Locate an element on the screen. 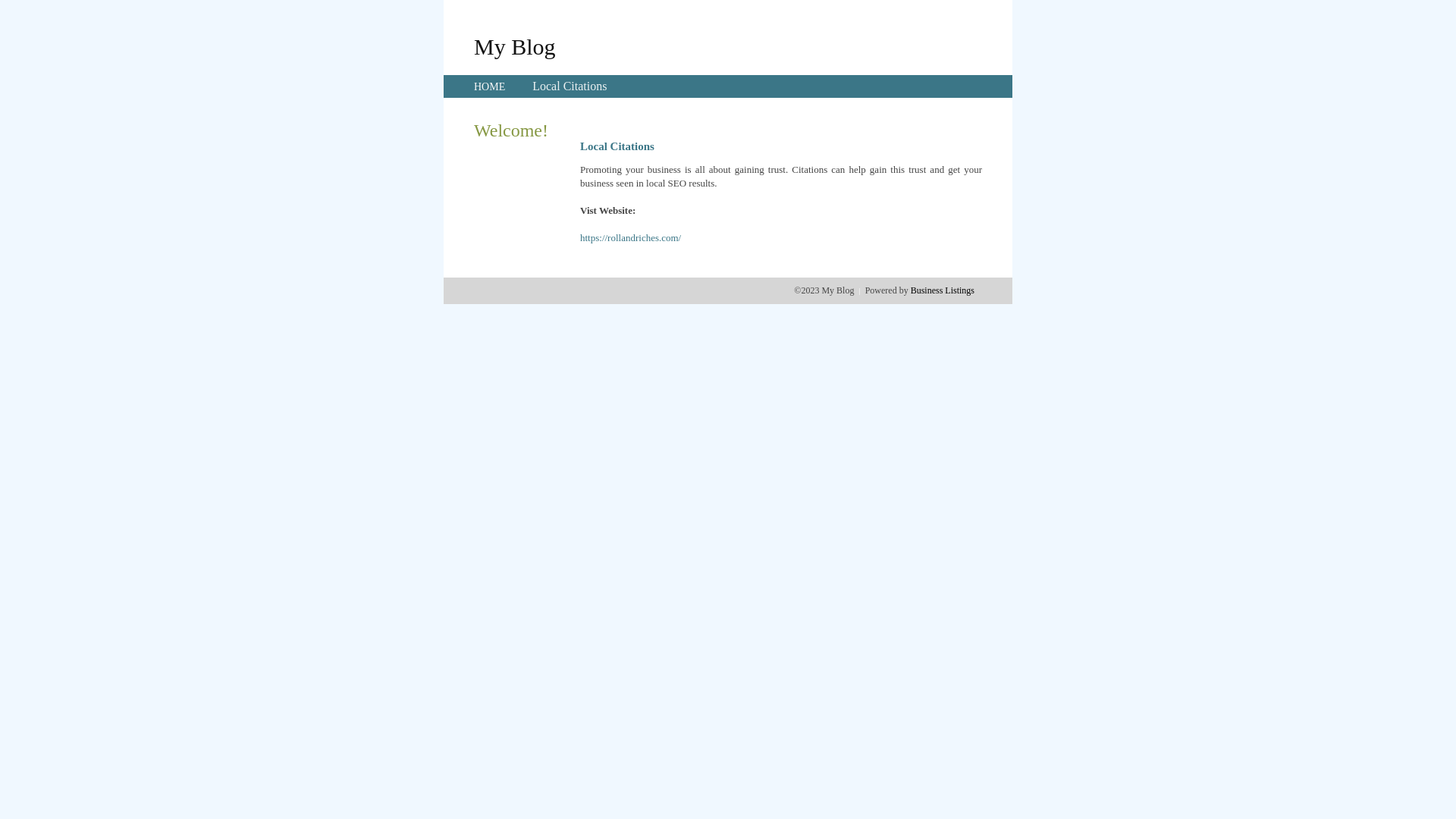 Image resolution: width=1456 pixels, height=819 pixels. 'https://rollandriches.com/' is located at coordinates (630, 237).